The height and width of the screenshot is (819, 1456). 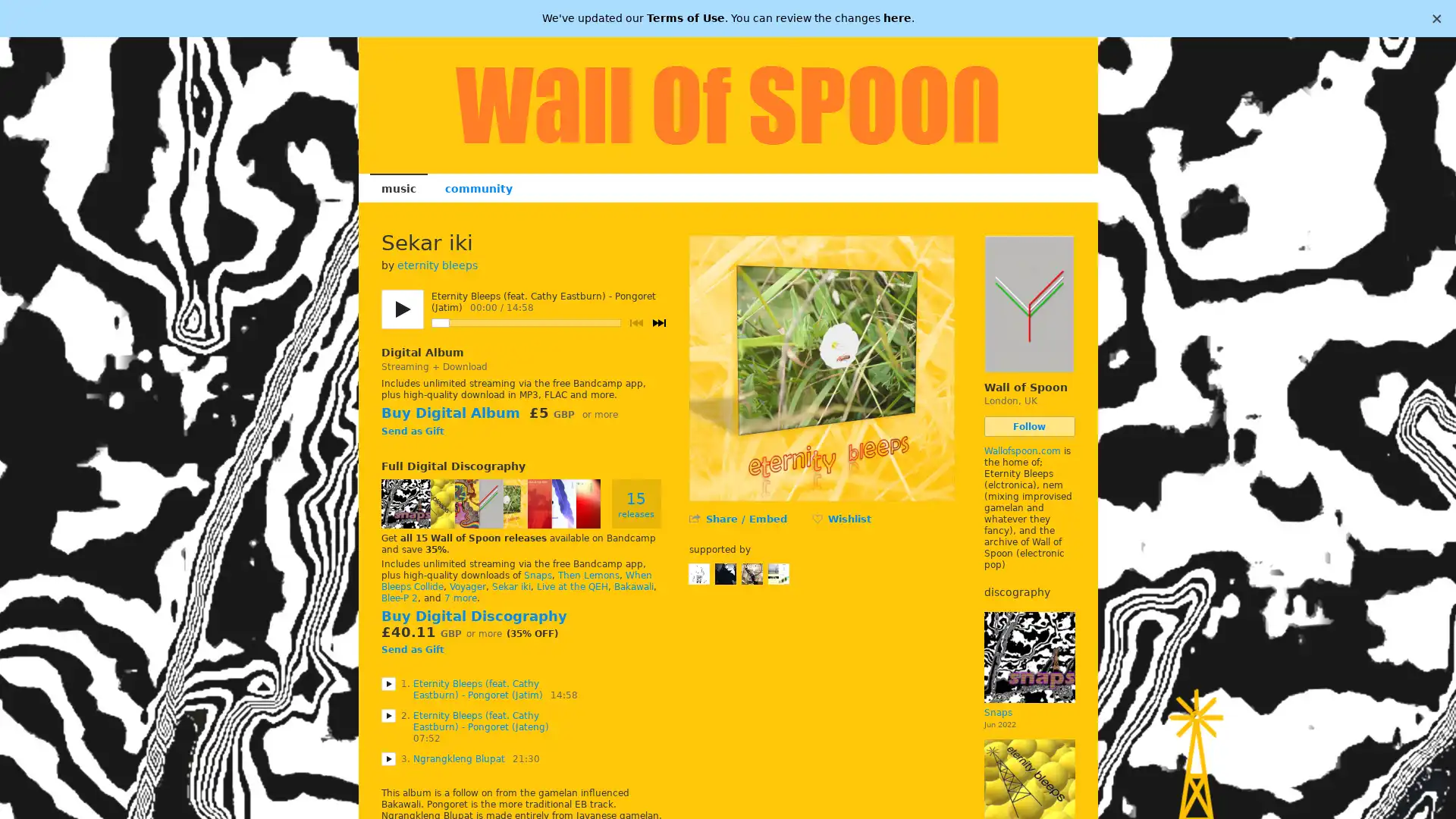 What do you see at coordinates (472, 616) in the screenshot?
I see `Buy Digital Discography` at bounding box center [472, 616].